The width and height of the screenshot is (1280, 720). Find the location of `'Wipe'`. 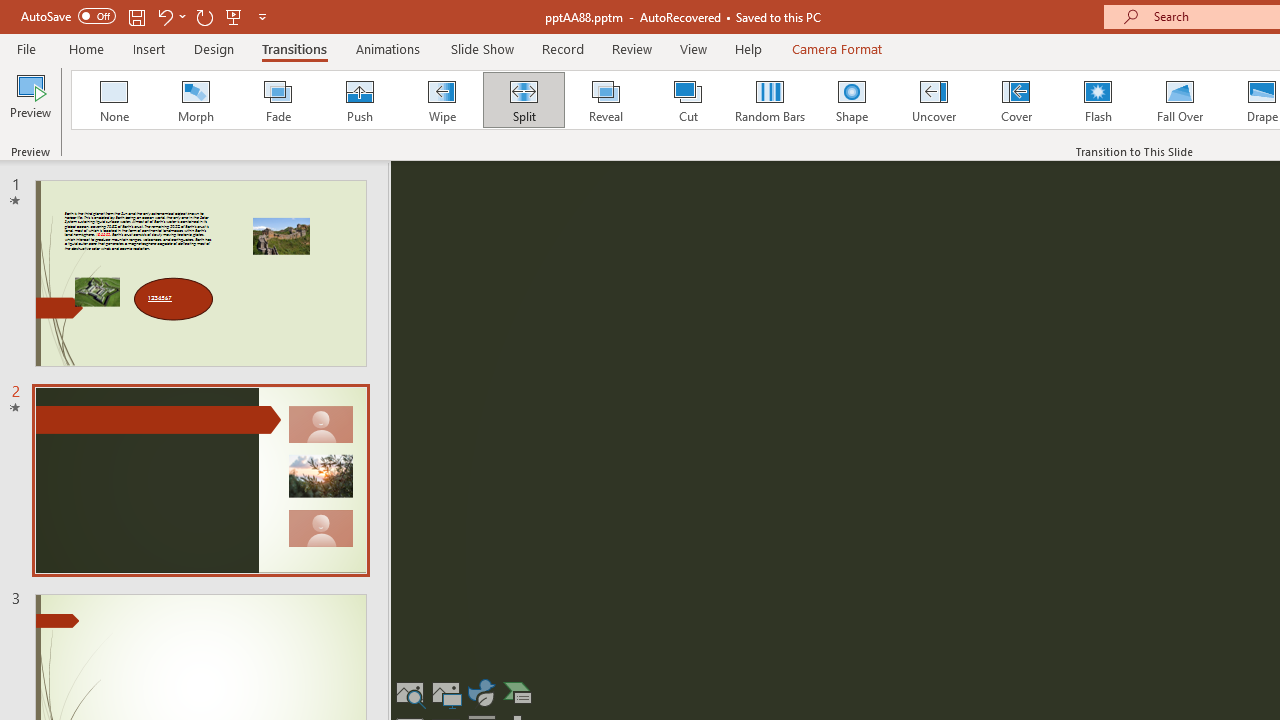

'Wipe' is located at coordinates (440, 100).